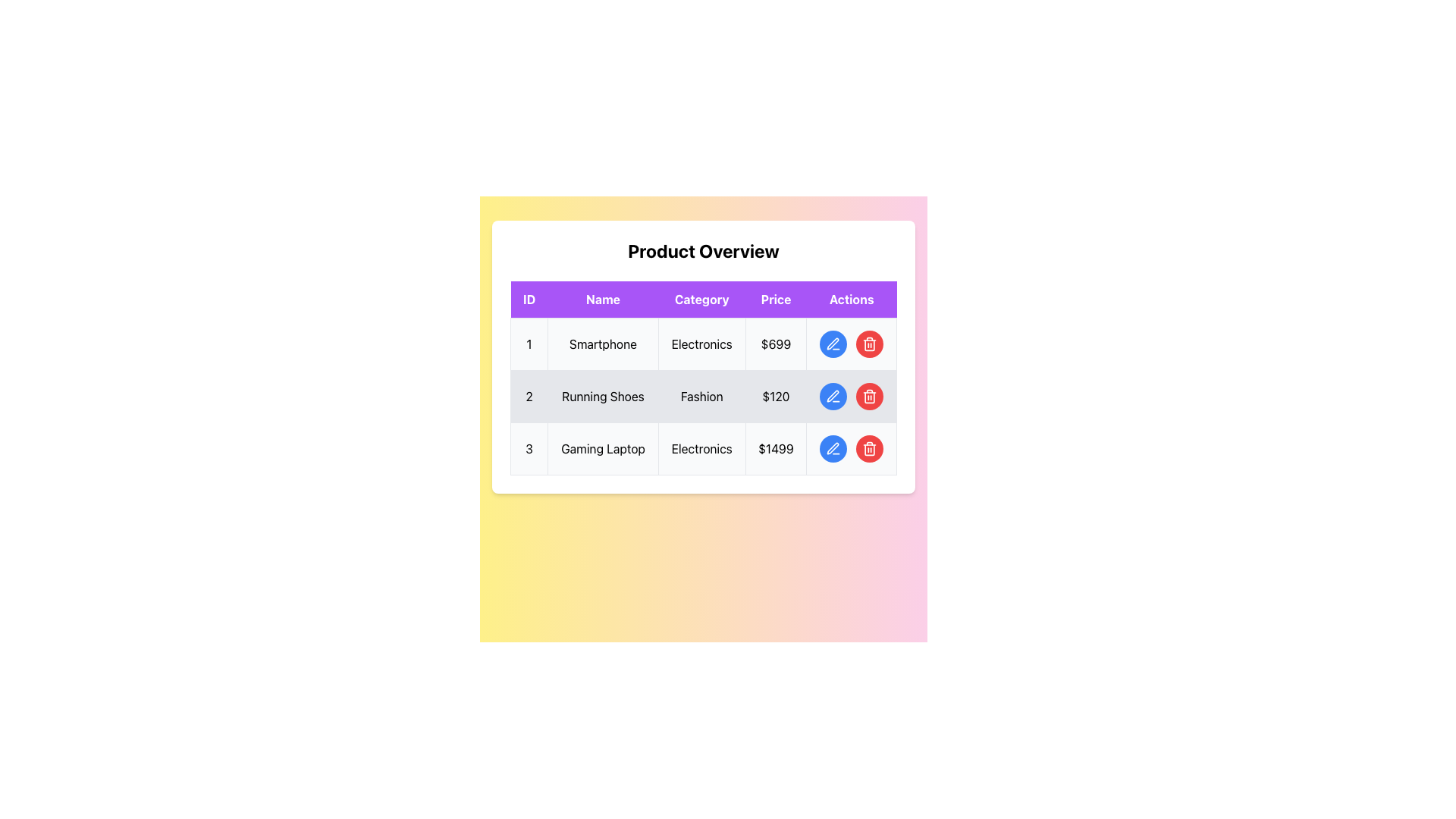  Describe the element at coordinates (852, 344) in the screenshot. I see `the blue edit button located within the 'Actions' column of the first row of the table to initiate editing` at that location.